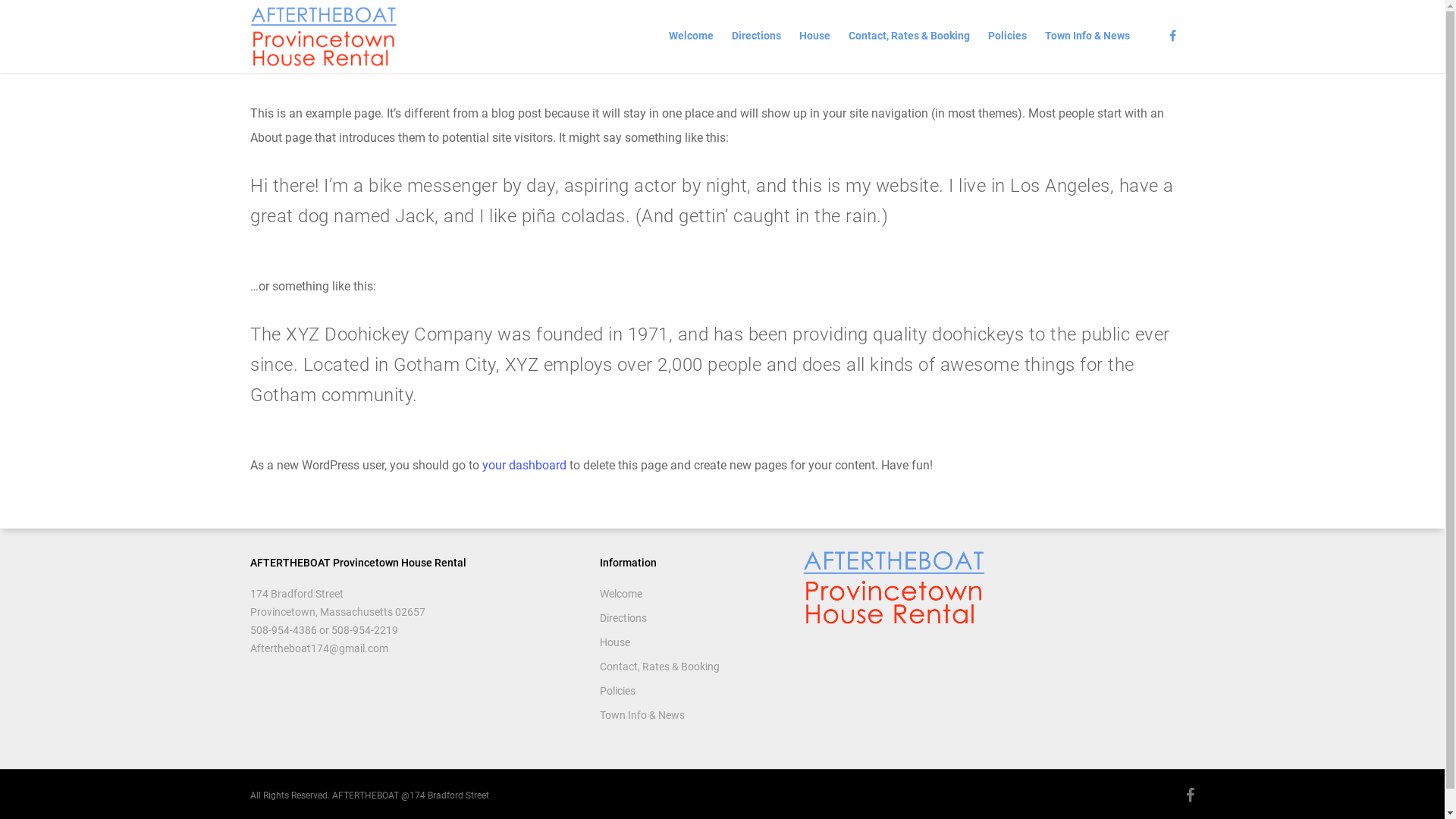 The image size is (1456, 819). What do you see at coordinates (318, 648) in the screenshot?
I see `'Aftertheboat174@gmail.com'` at bounding box center [318, 648].